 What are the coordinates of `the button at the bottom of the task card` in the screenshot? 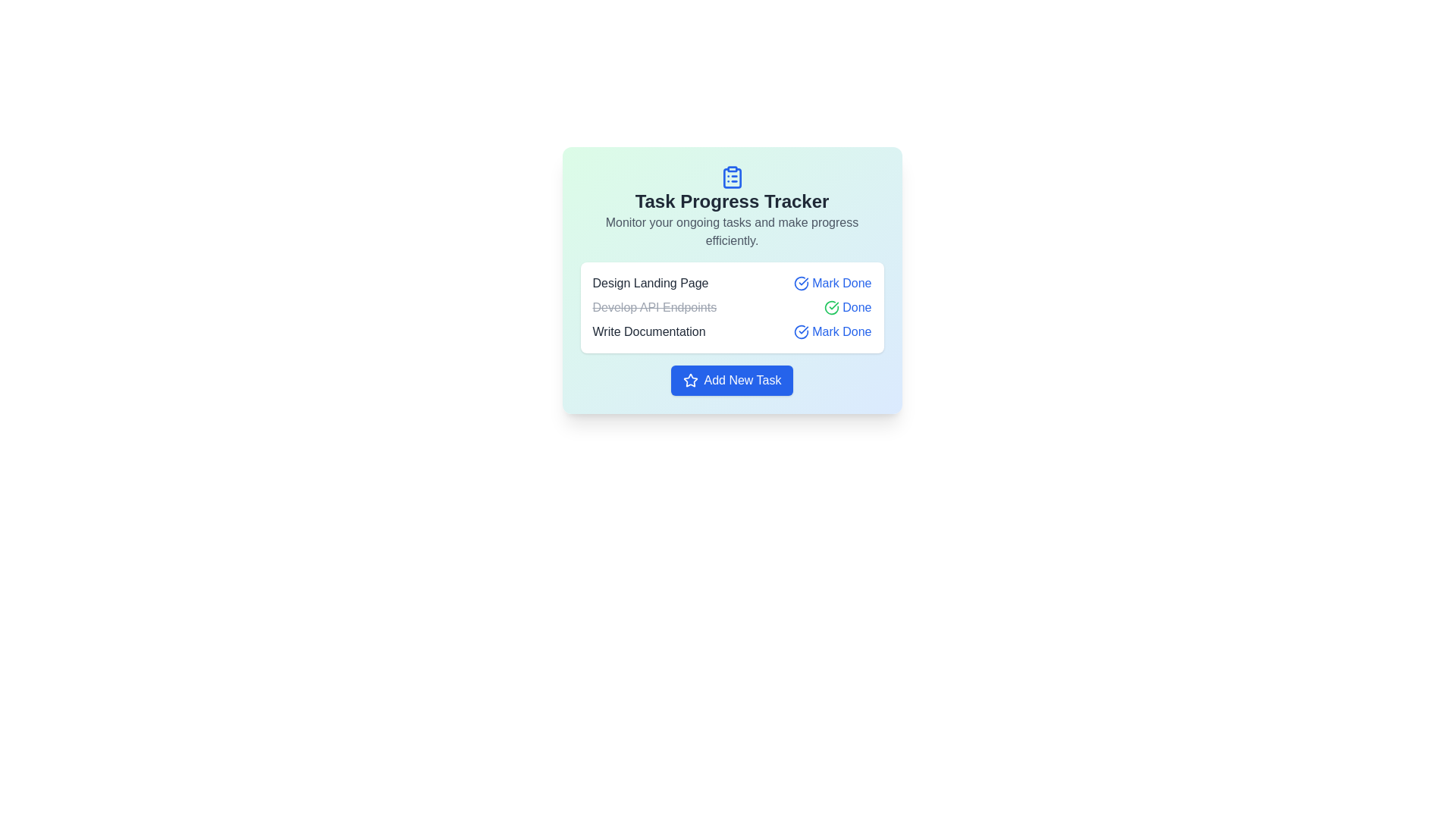 It's located at (732, 379).